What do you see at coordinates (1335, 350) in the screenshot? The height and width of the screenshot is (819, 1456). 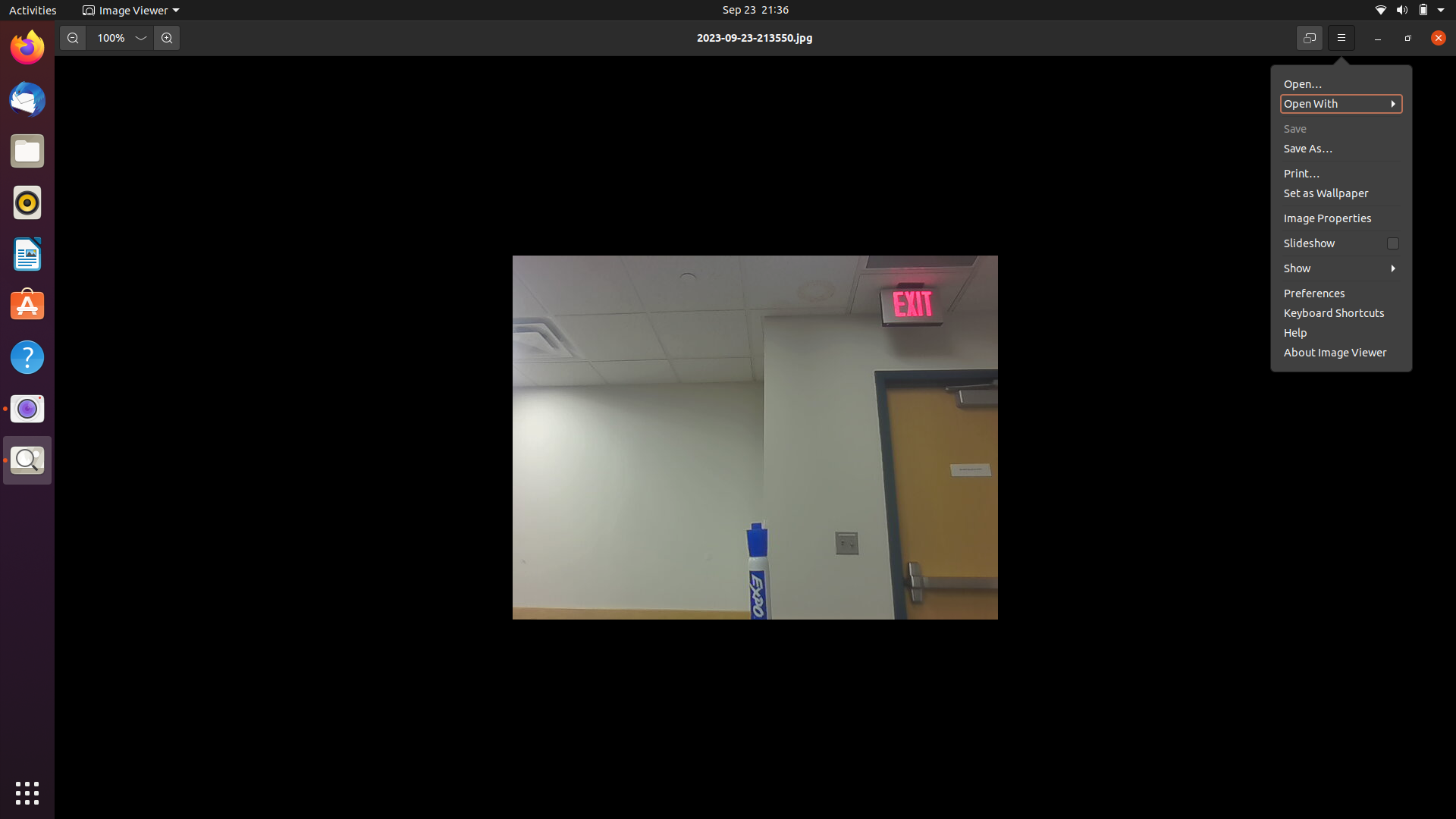 I see `Change the preferences of the image viewer` at bounding box center [1335, 350].